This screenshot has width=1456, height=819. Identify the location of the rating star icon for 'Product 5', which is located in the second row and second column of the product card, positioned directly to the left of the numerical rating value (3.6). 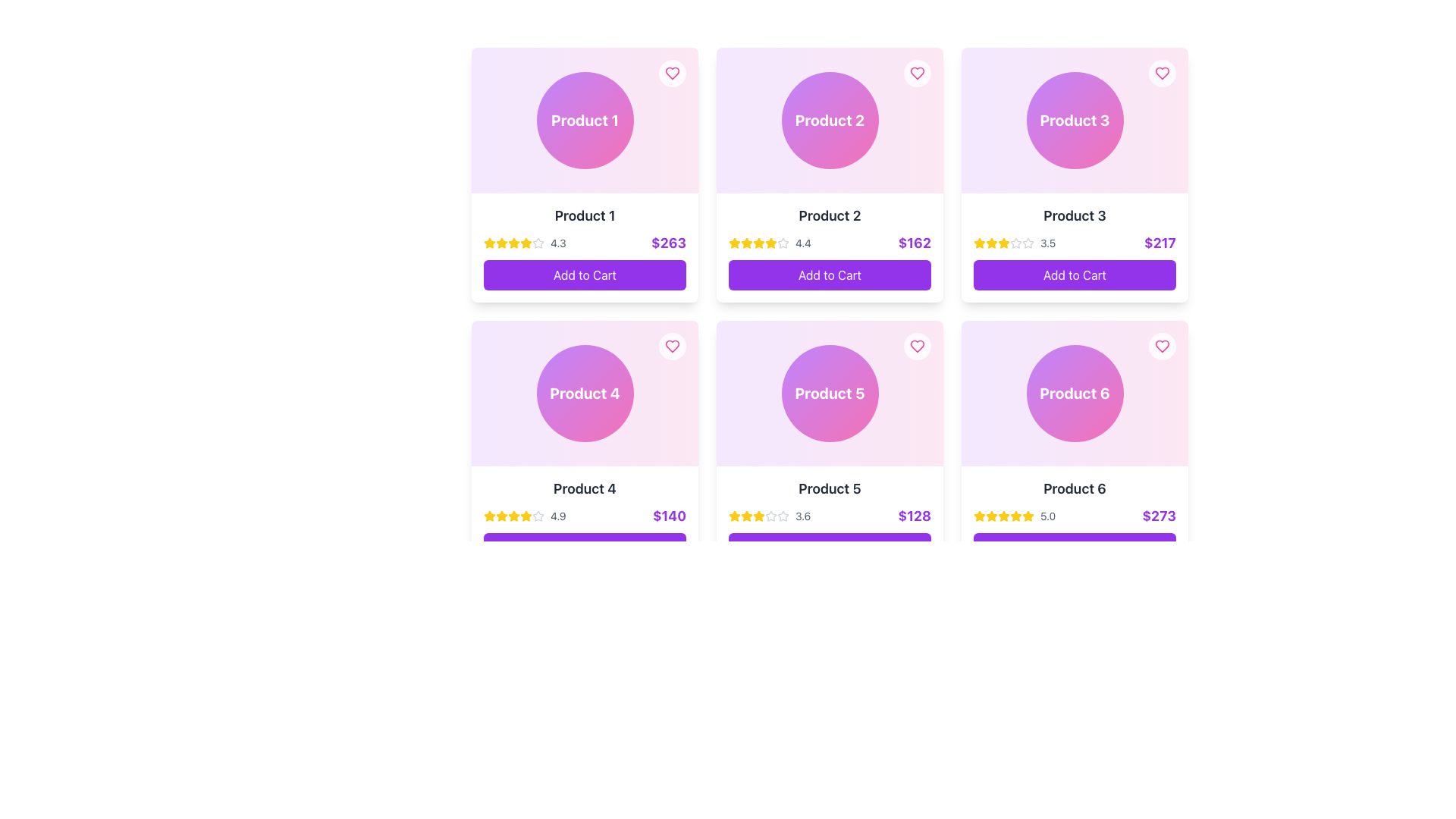
(783, 515).